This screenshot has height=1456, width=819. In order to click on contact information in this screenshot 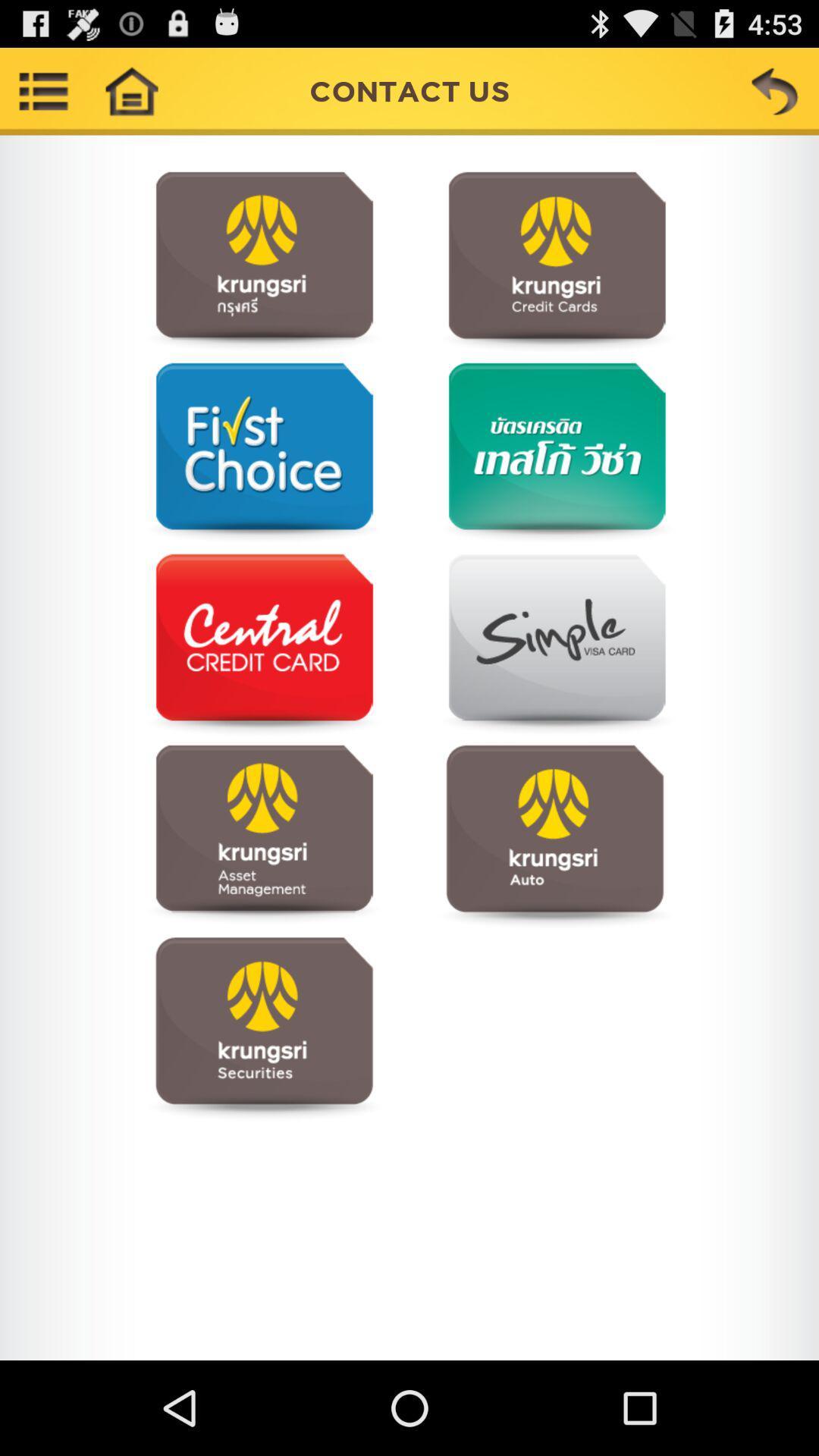, I will do `click(263, 645)`.